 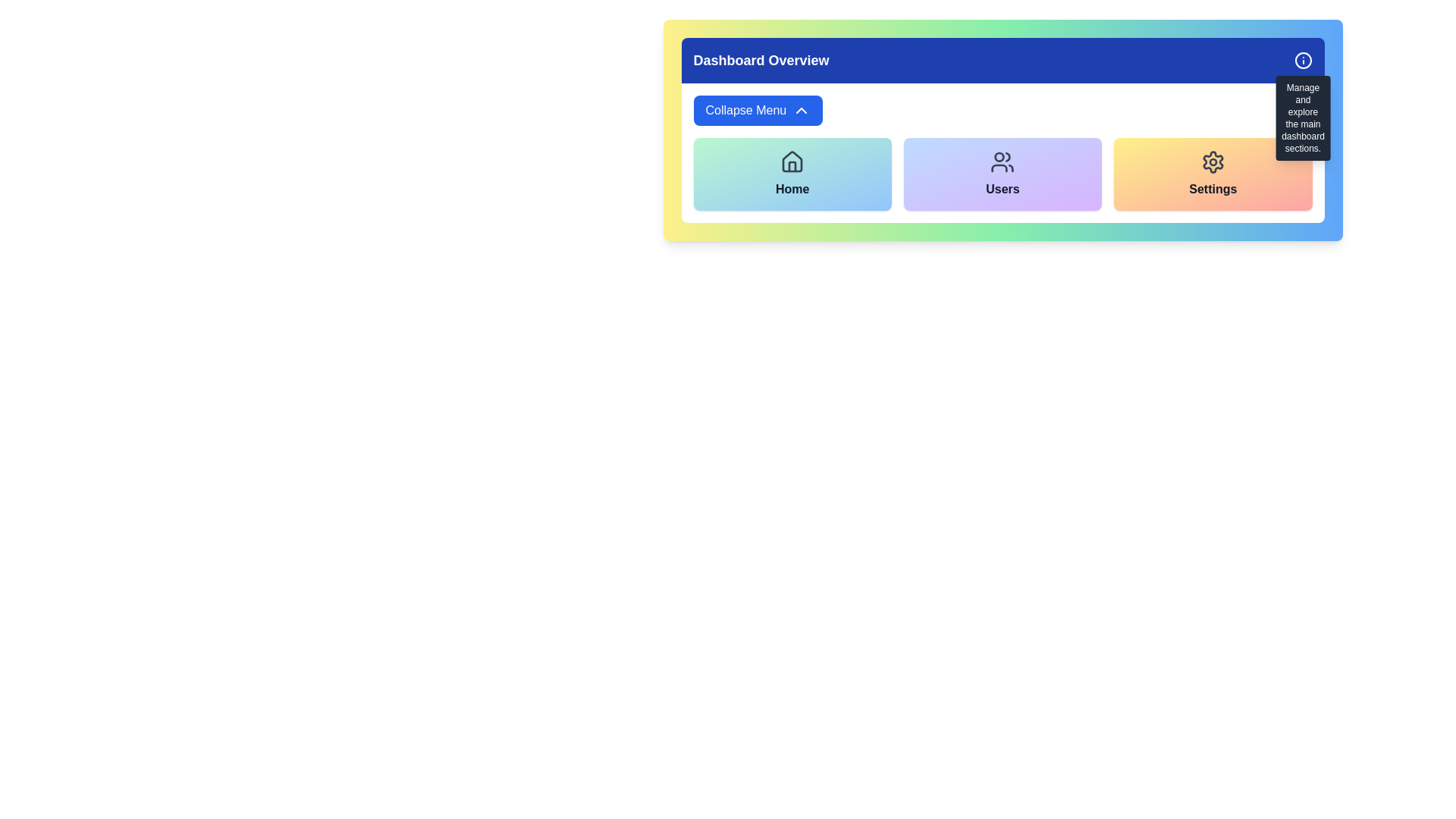 I want to click on the user-related functionalities button, which is the second card in a row of three, positioned between the 'Home' and 'Settings' cards, so click(x=1003, y=174).